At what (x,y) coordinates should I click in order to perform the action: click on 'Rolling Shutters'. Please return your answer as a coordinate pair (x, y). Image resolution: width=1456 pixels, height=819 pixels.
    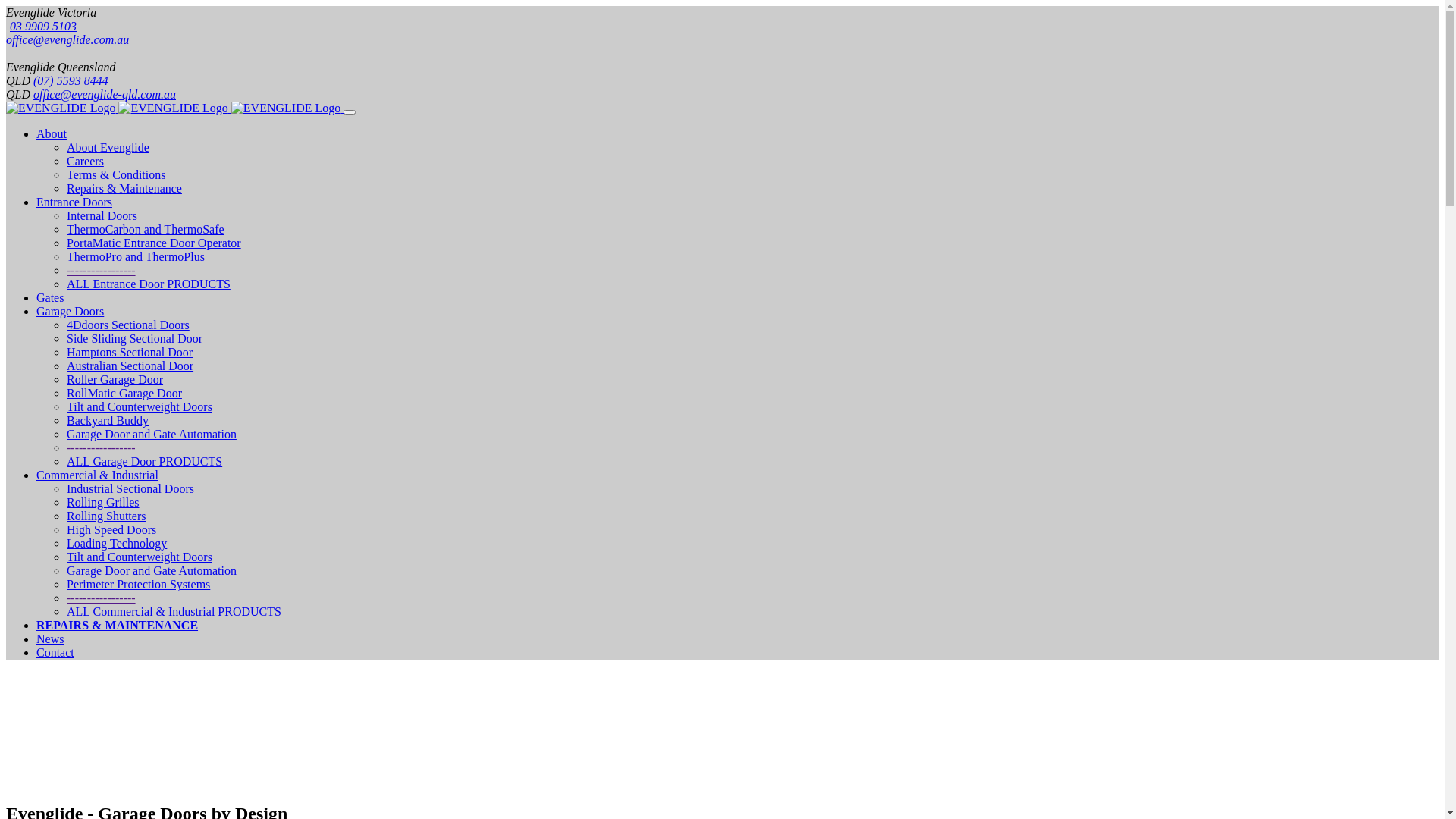
    Looking at the image, I should click on (65, 515).